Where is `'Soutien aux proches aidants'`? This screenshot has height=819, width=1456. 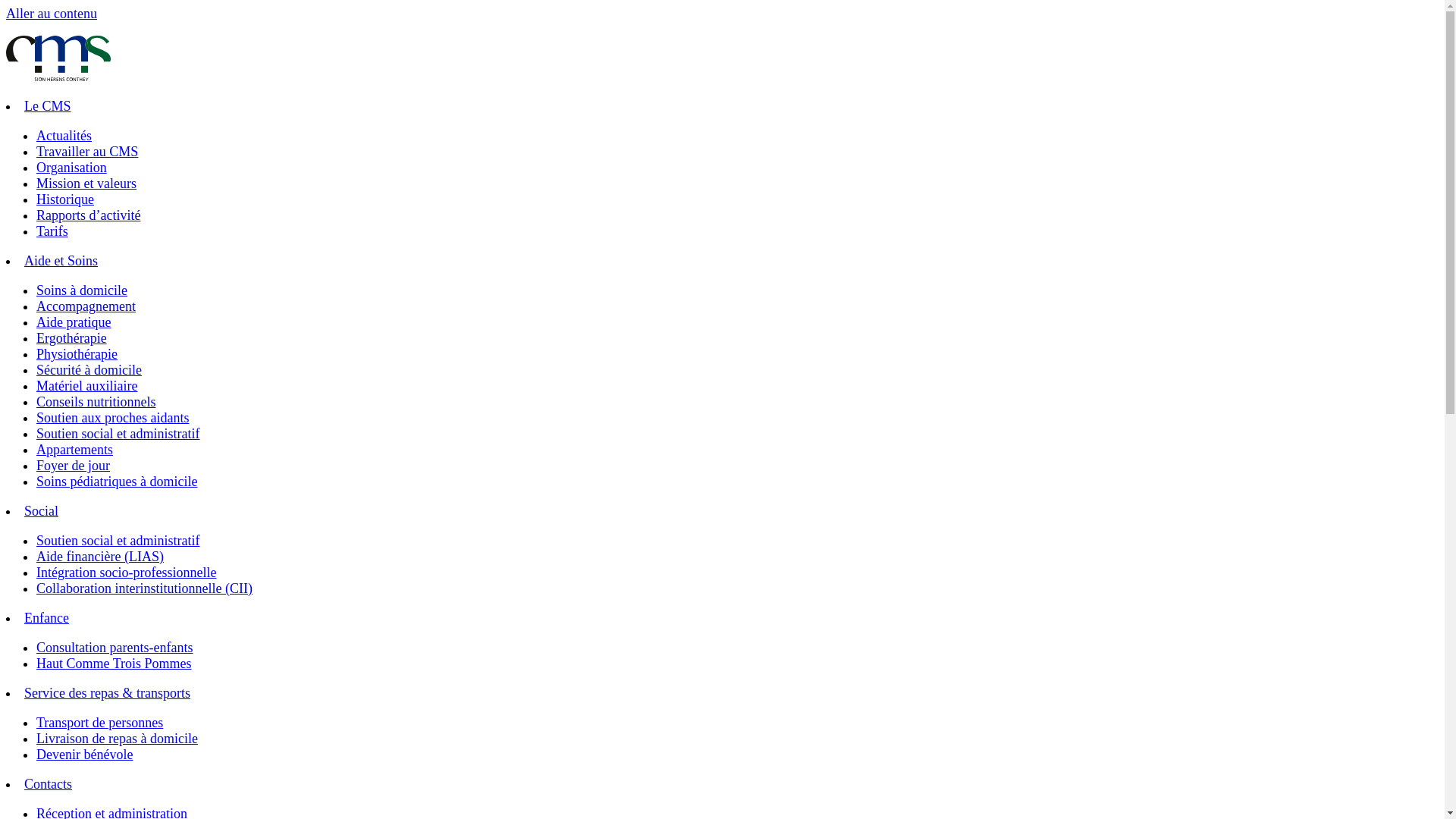
'Soutien aux proches aidants' is located at coordinates (36, 418).